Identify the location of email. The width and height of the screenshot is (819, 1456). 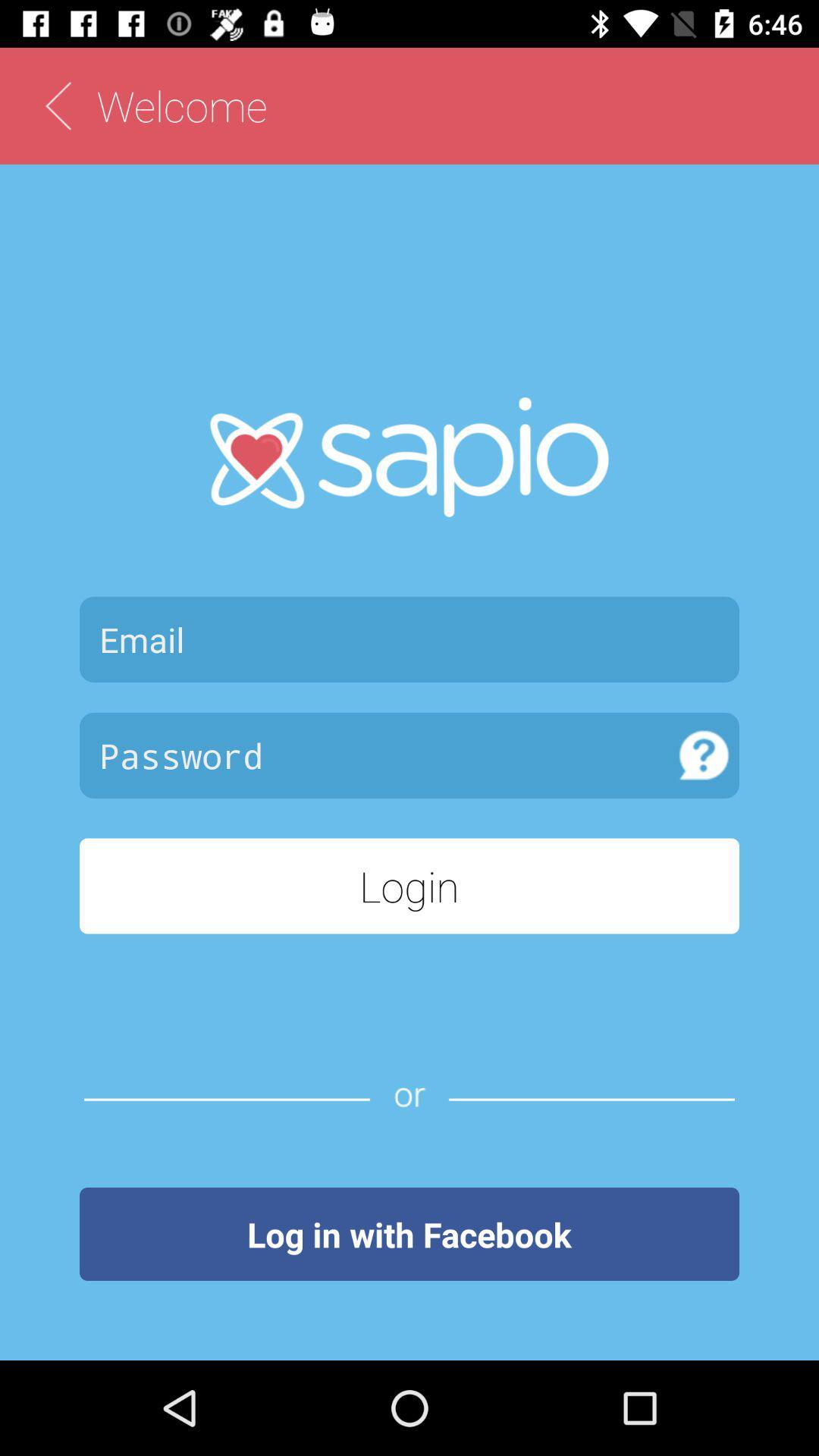
(409, 639).